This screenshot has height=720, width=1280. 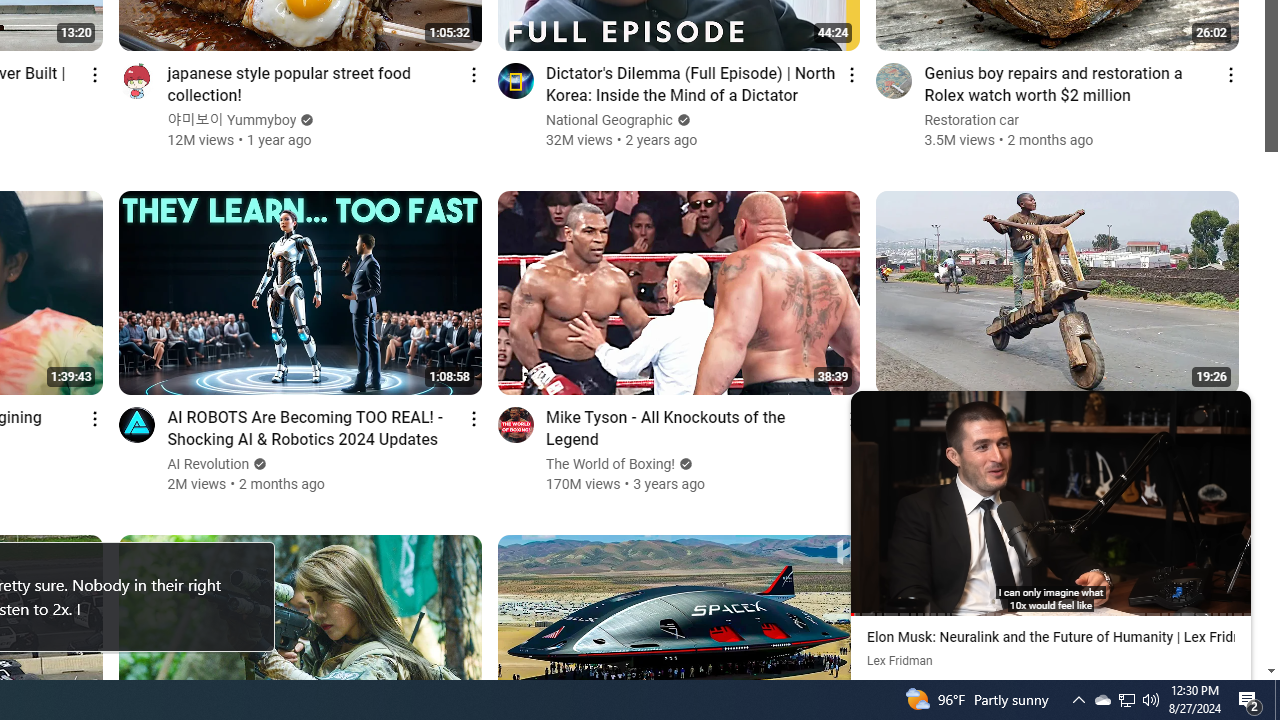 I want to click on 'National Geographic', so click(x=608, y=120).